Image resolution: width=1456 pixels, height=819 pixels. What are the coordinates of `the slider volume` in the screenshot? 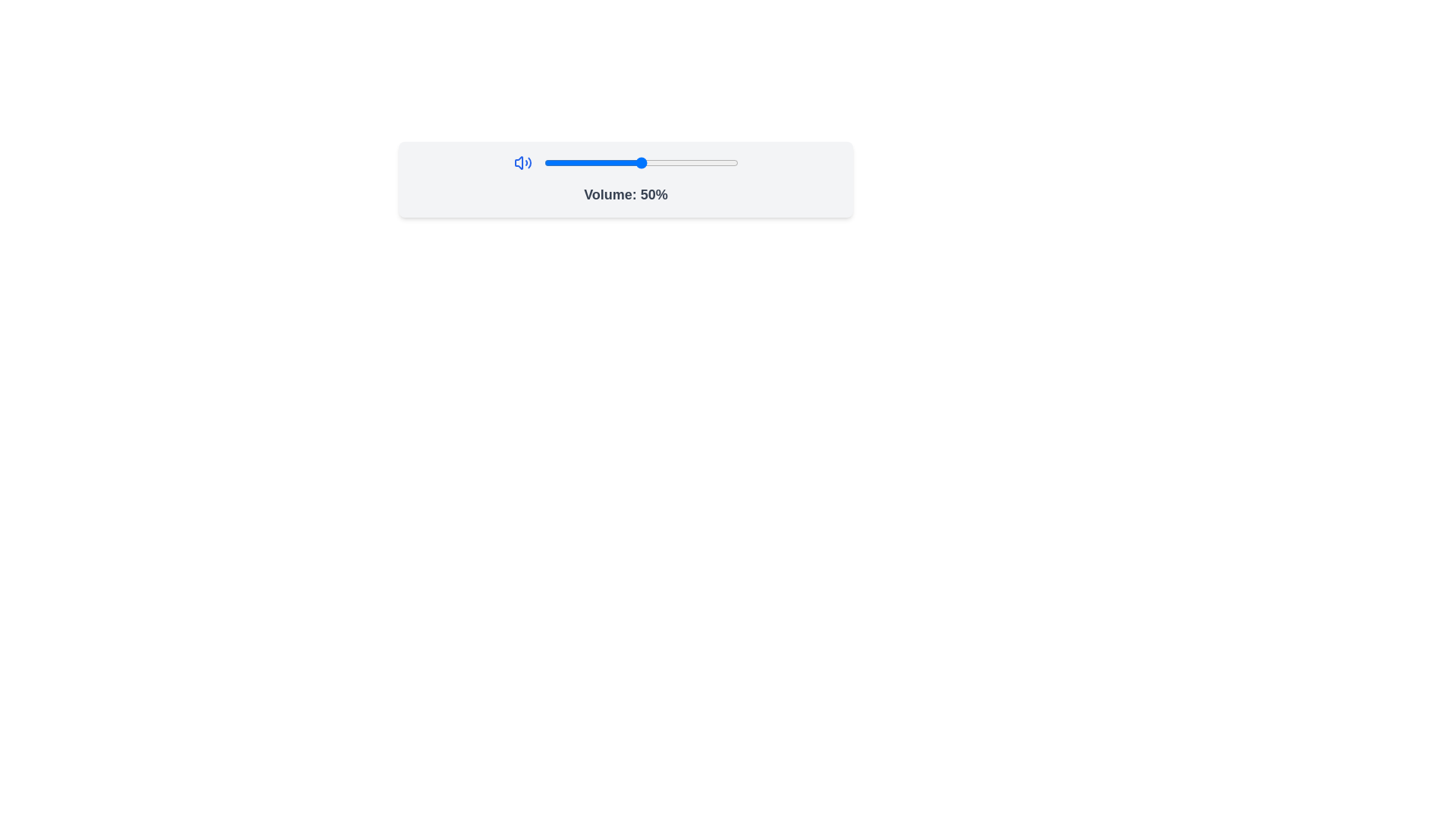 It's located at (560, 163).